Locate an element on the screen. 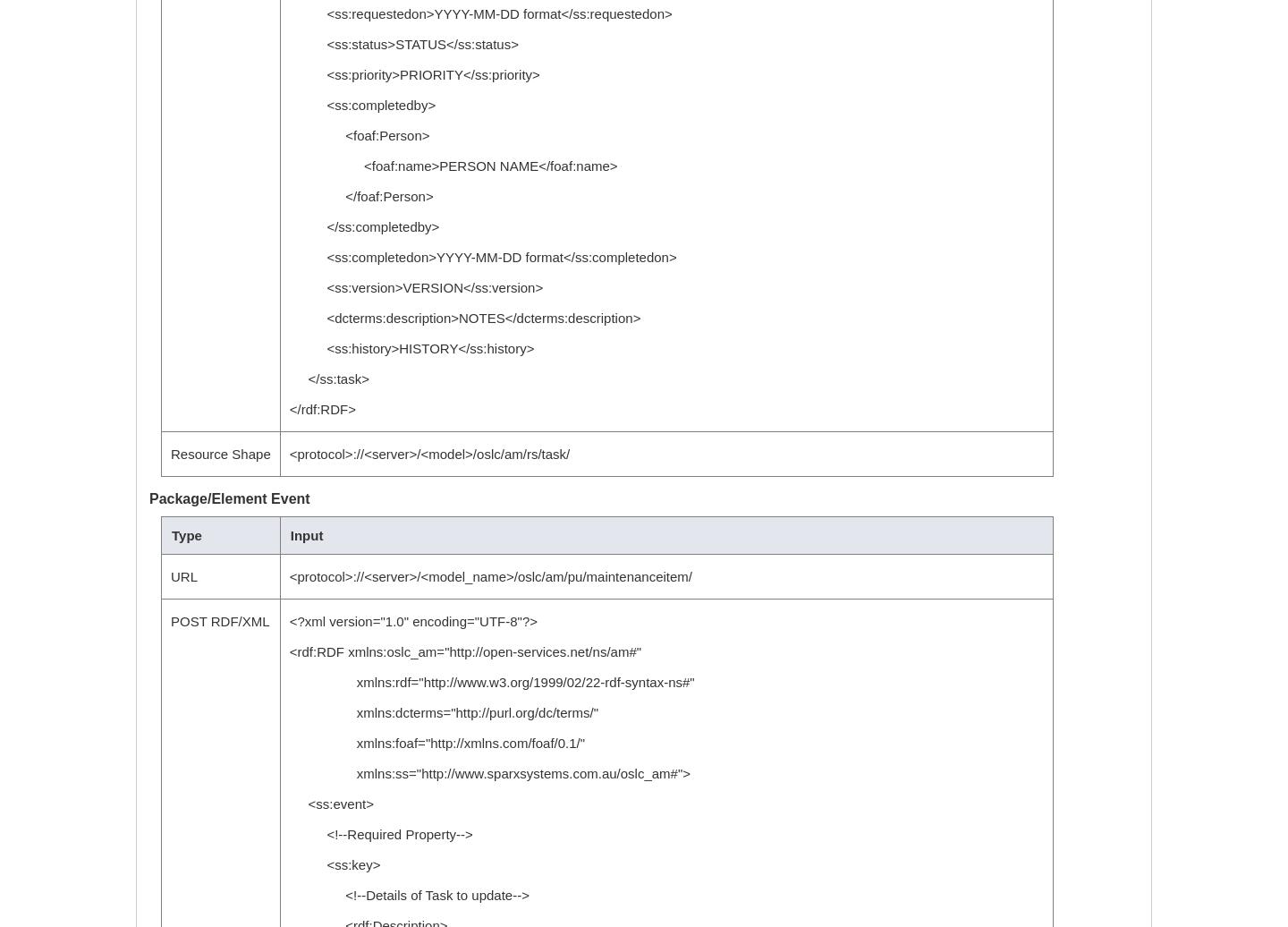 This screenshot has width=1288, height=927. 'Package/Element Event' is located at coordinates (148, 498).